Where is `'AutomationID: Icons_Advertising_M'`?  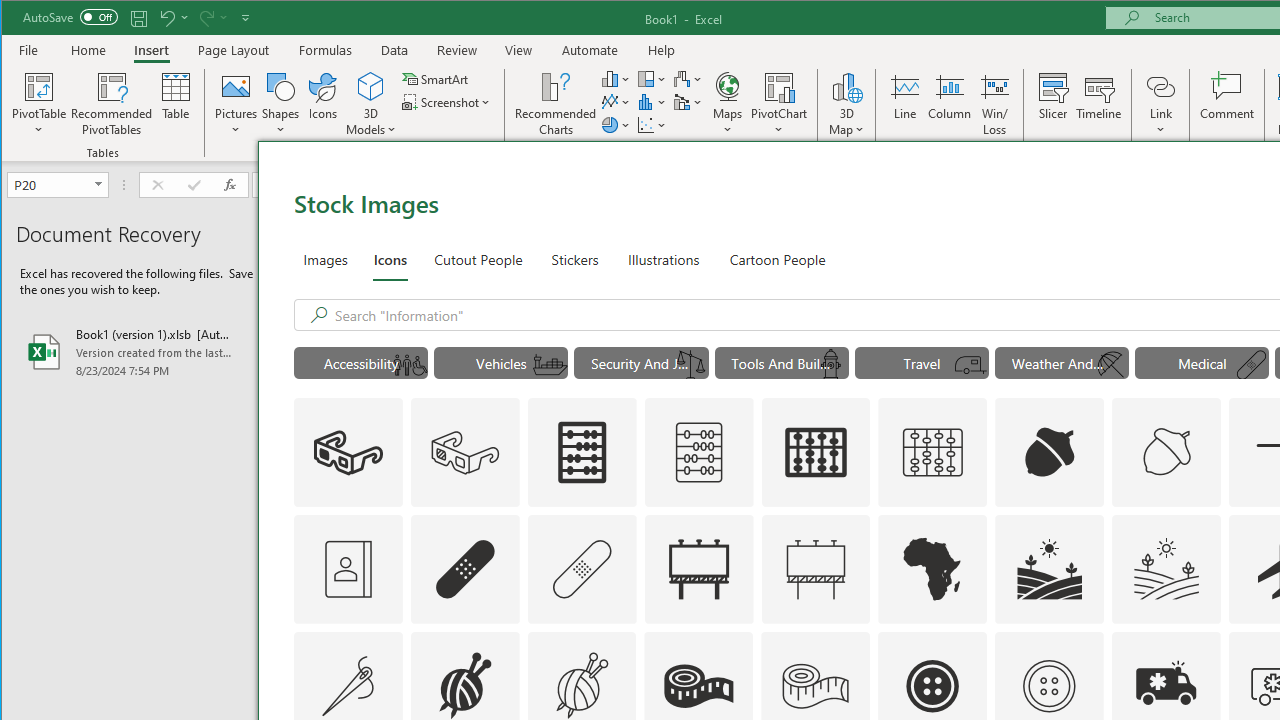
'AutomationID: Icons_Advertising_M' is located at coordinates (816, 568).